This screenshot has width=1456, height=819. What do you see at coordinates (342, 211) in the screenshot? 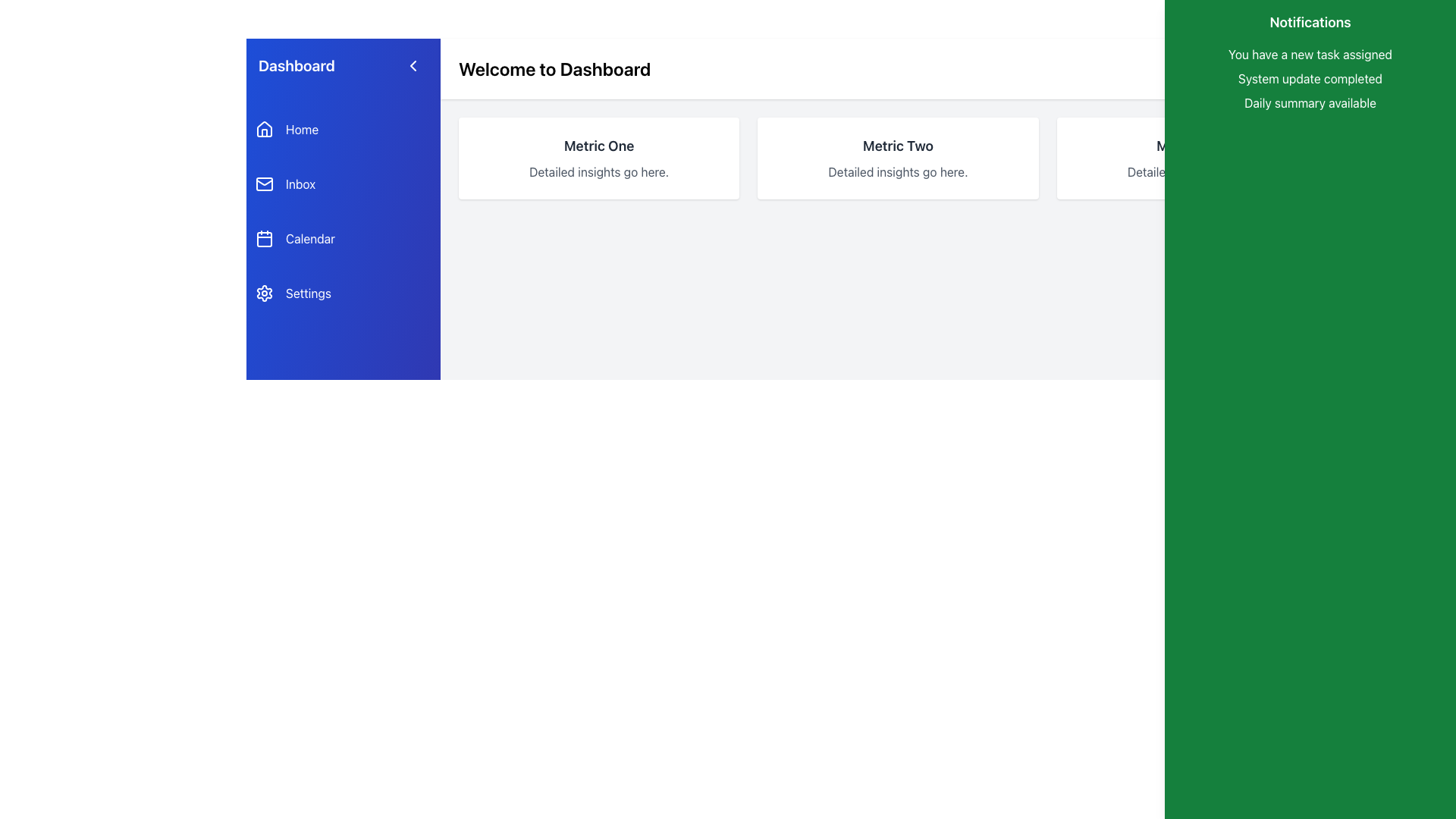
I see `the Navigation Menu located in the left sidebar below the 'Dashboard' header by moving the cursor to its center point` at bounding box center [342, 211].